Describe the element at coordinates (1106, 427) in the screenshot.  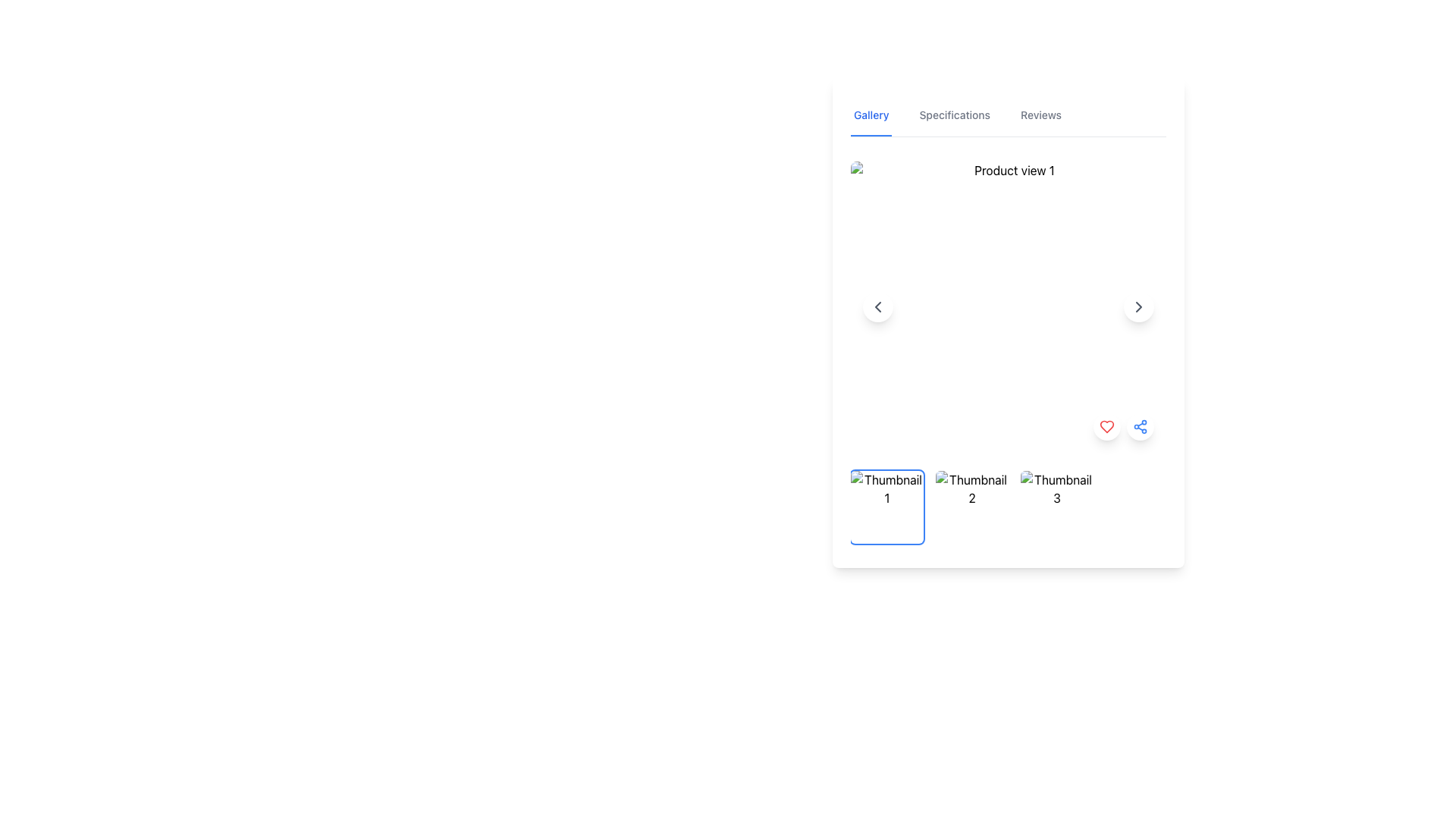
I see `the first circular button located in the bottom right corner of the panel` at that location.